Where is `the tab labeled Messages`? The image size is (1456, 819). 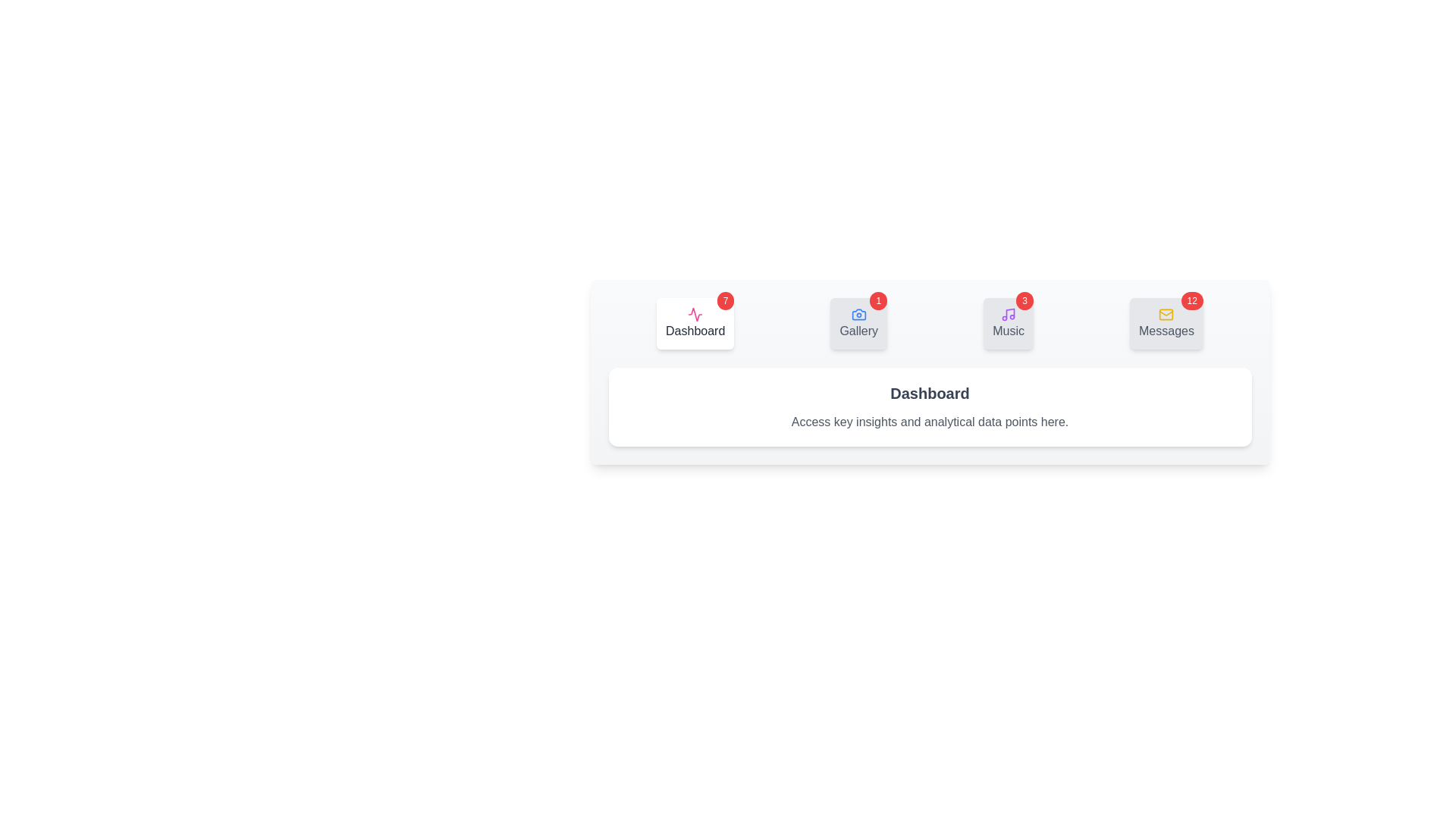
the tab labeled Messages is located at coordinates (1166, 323).